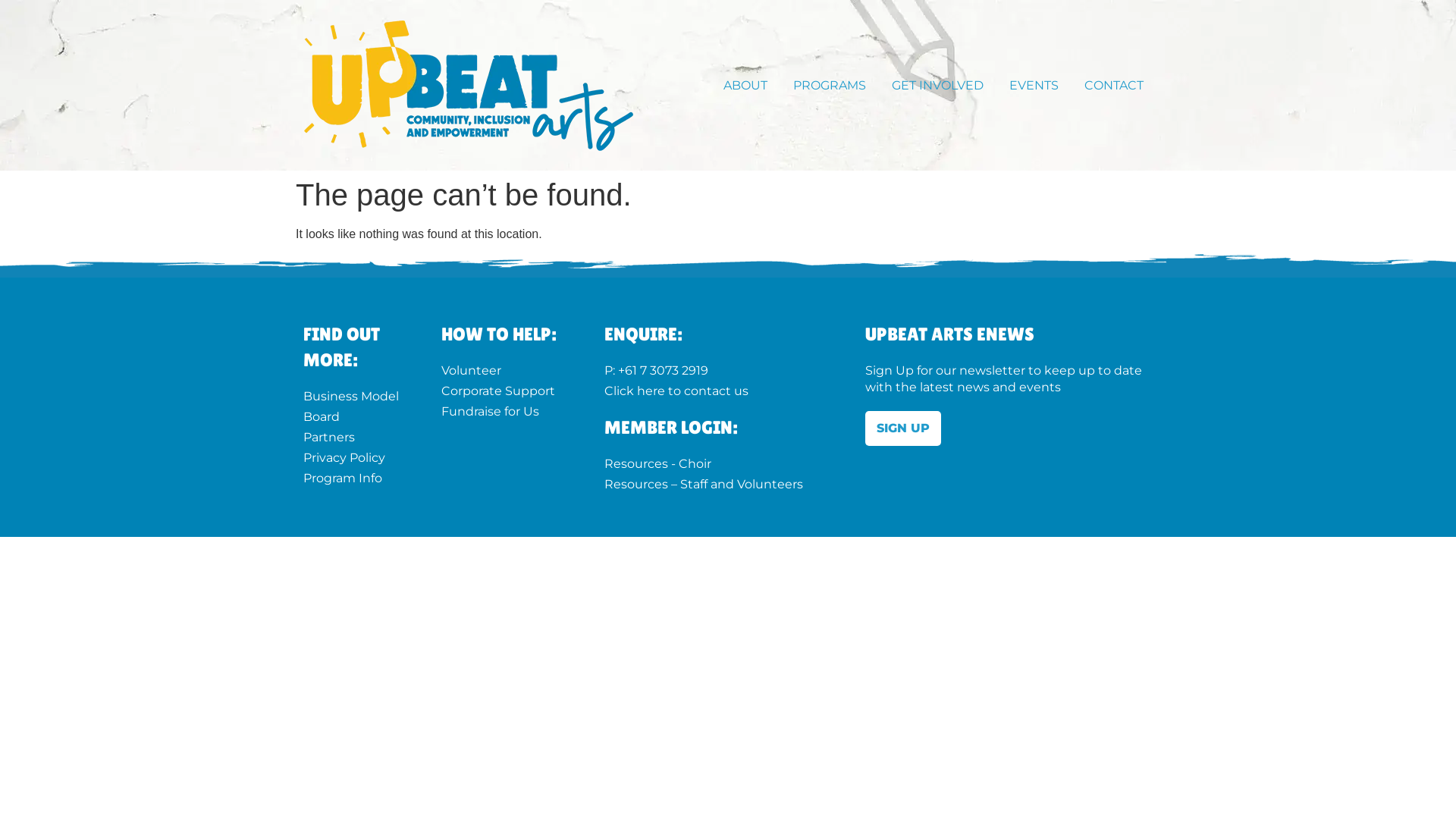 This screenshot has width=1456, height=819. Describe the element at coordinates (1037, 84) in the screenshot. I see `'EVENTS'` at that location.